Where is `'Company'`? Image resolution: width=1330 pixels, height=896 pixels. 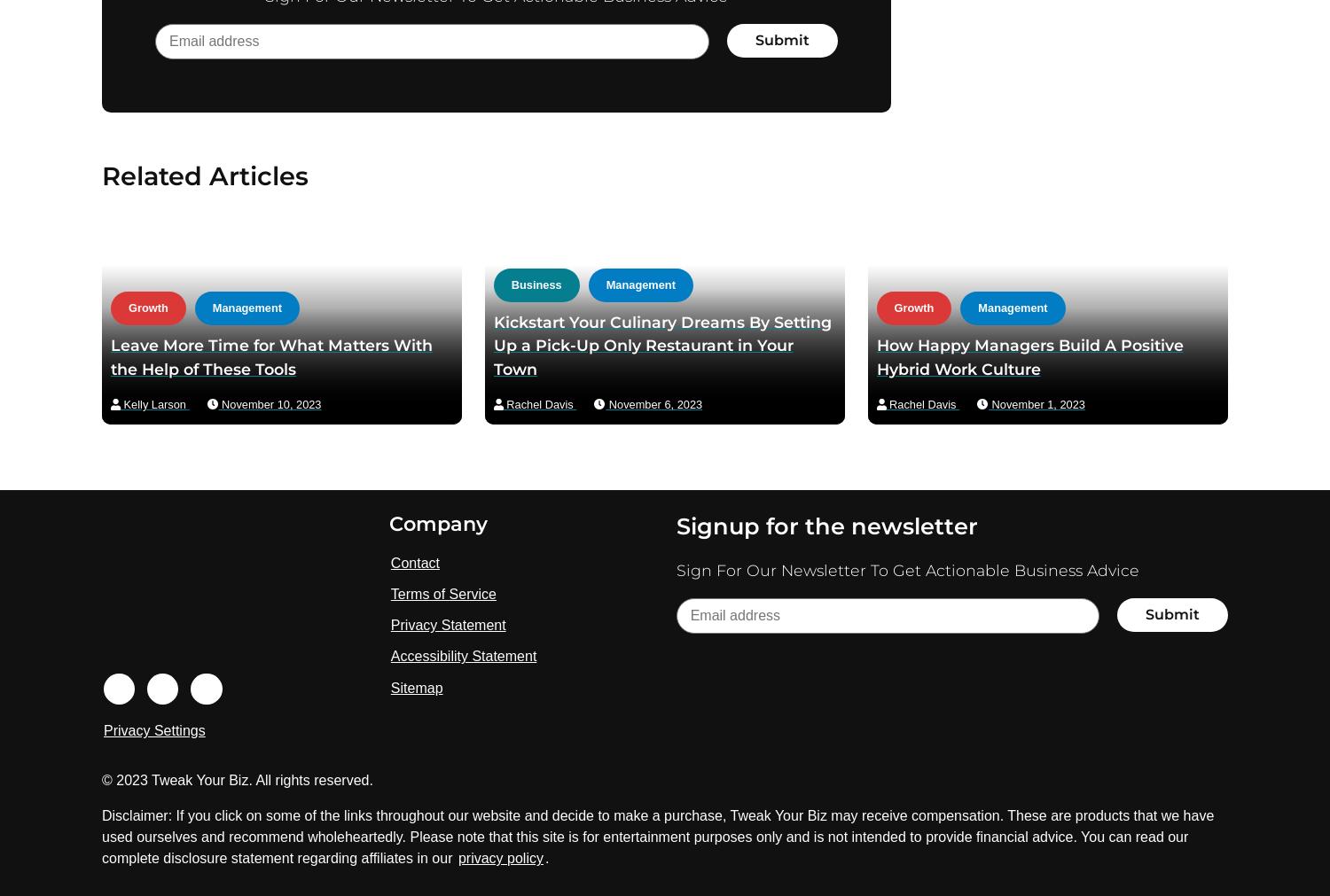 'Company' is located at coordinates (436, 524).